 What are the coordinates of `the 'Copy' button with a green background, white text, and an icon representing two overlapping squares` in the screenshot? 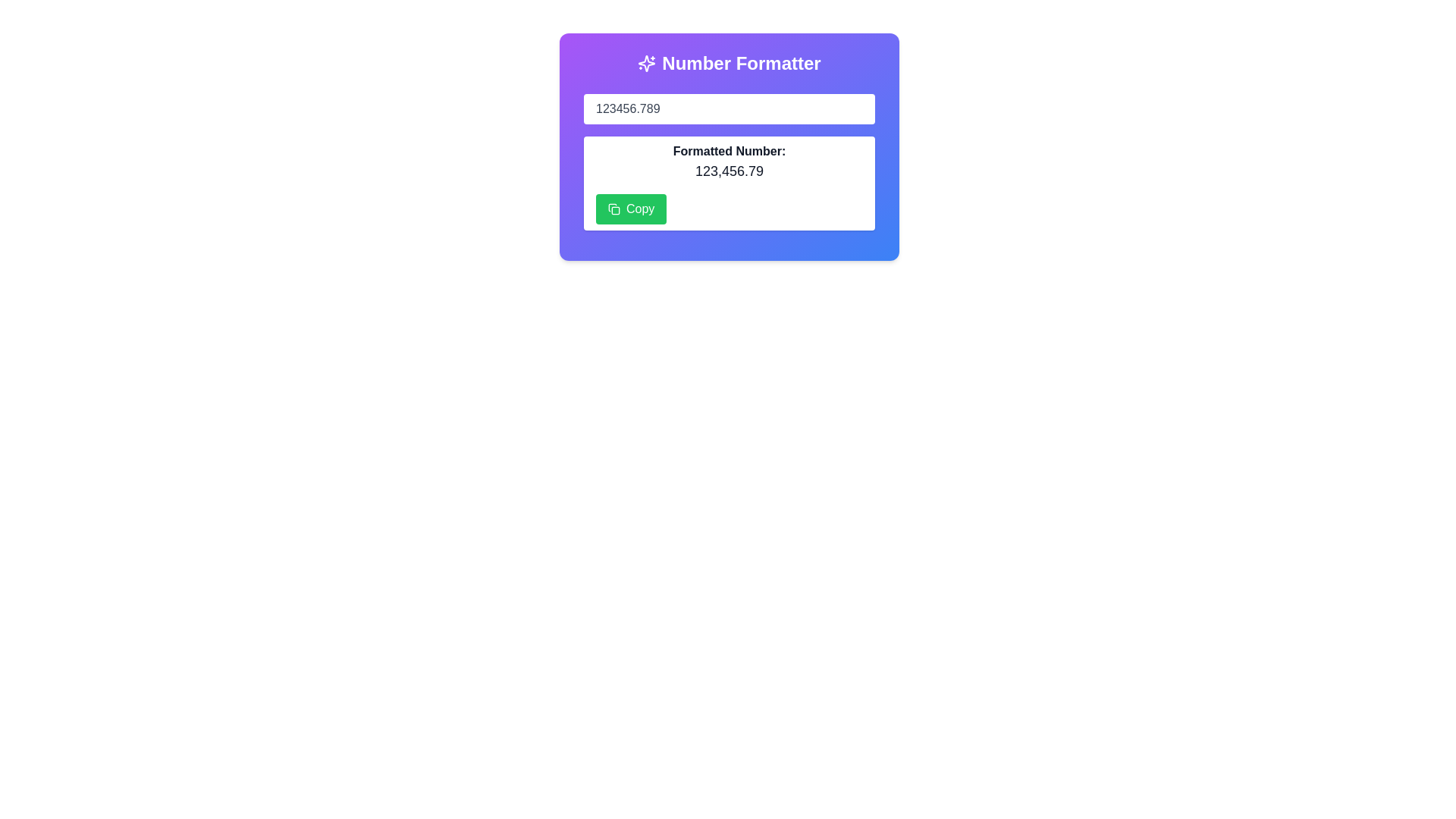 It's located at (631, 209).